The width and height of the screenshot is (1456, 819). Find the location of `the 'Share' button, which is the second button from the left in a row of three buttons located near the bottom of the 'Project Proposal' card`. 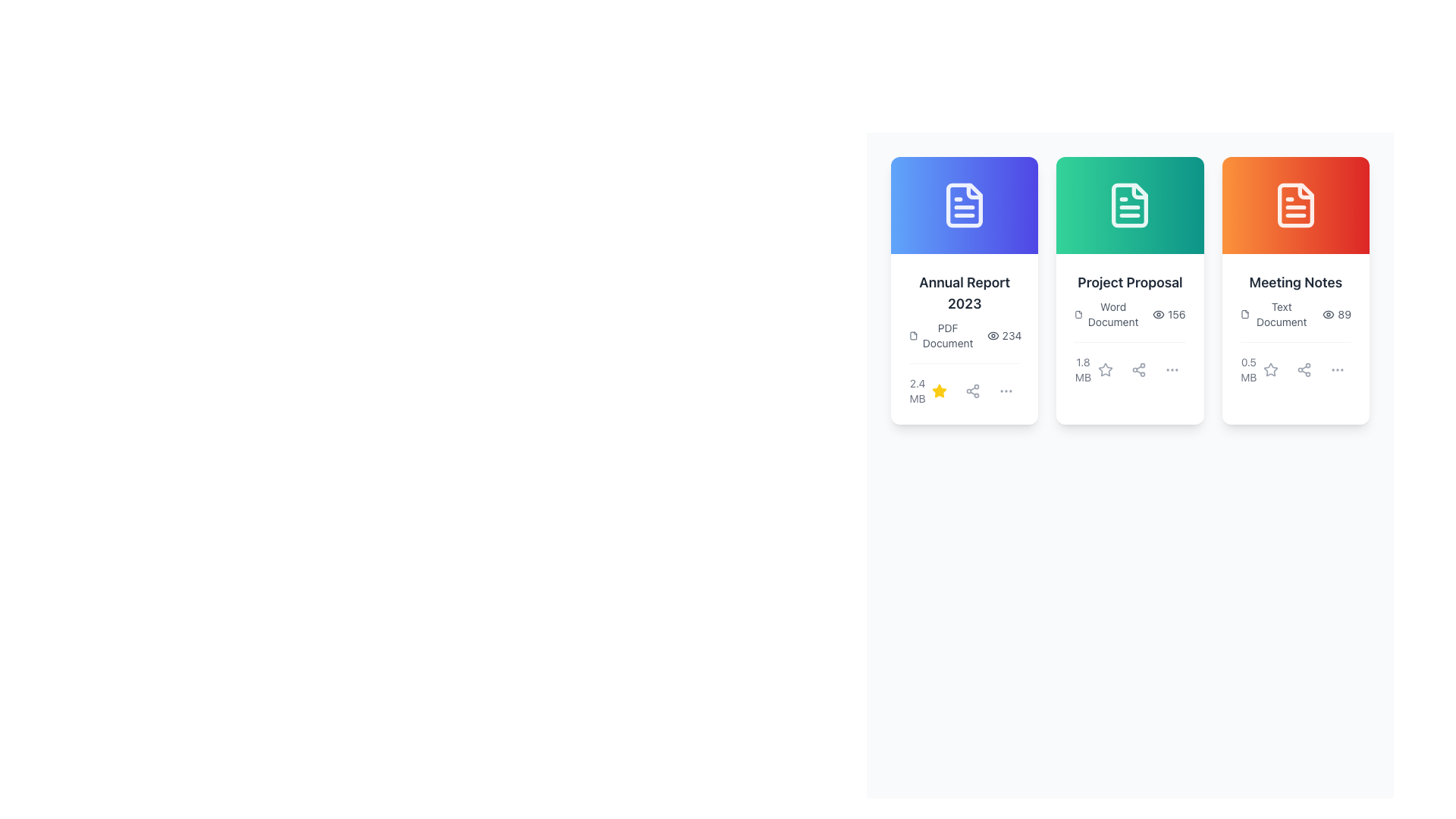

the 'Share' button, which is the second button from the left in a row of three buttons located near the bottom of the 'Project Proposal' card is located at coordinates (1138, 370).